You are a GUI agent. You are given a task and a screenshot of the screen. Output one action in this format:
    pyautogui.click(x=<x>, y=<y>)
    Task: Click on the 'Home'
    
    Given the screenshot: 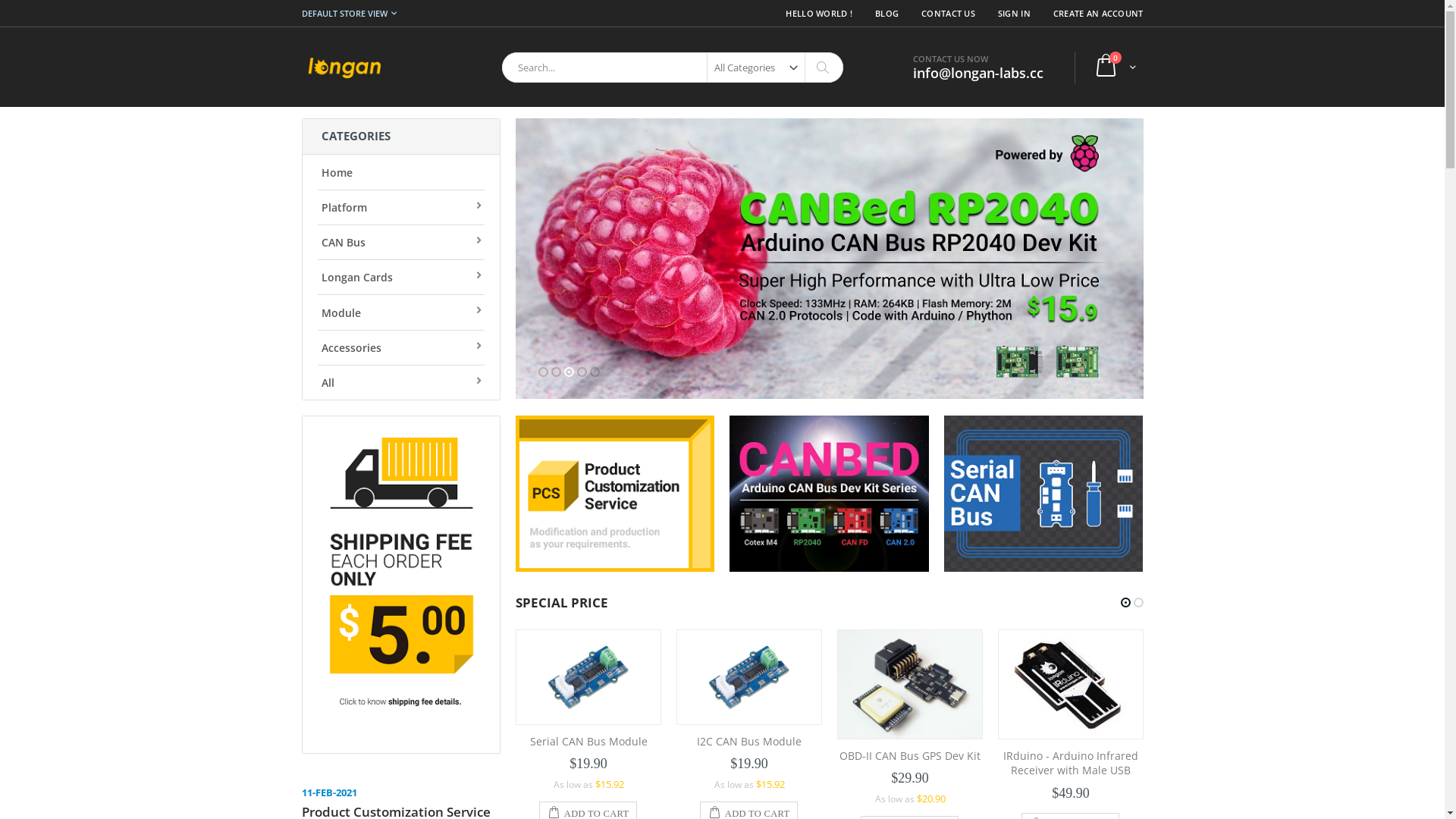 What is the action you would take?
    pyautogui.click(x=400, y=171)
    